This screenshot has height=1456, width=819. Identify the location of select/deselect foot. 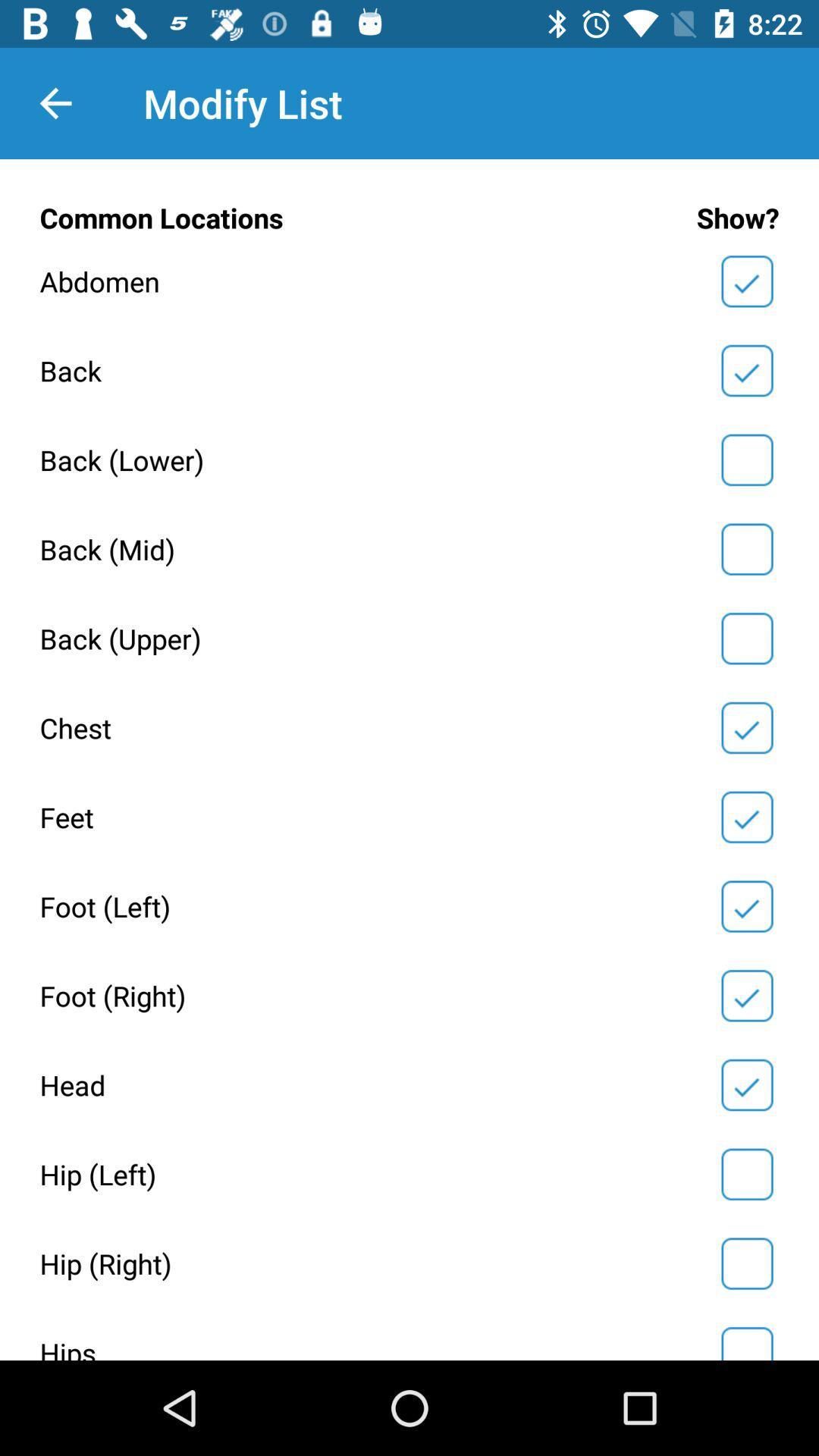
(746, 906).